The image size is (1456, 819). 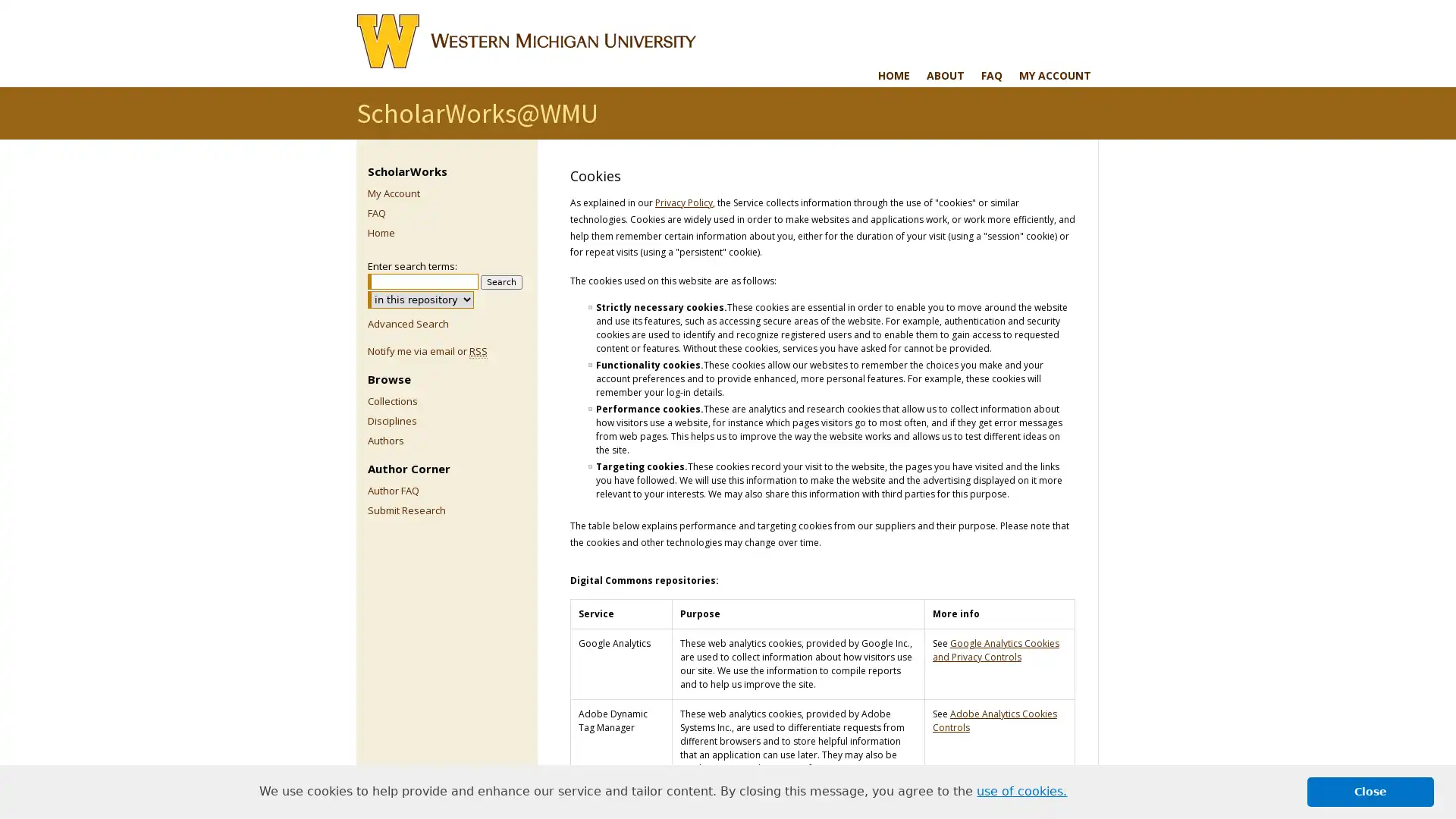 I want to click on Search, so click(x=501, y=282).